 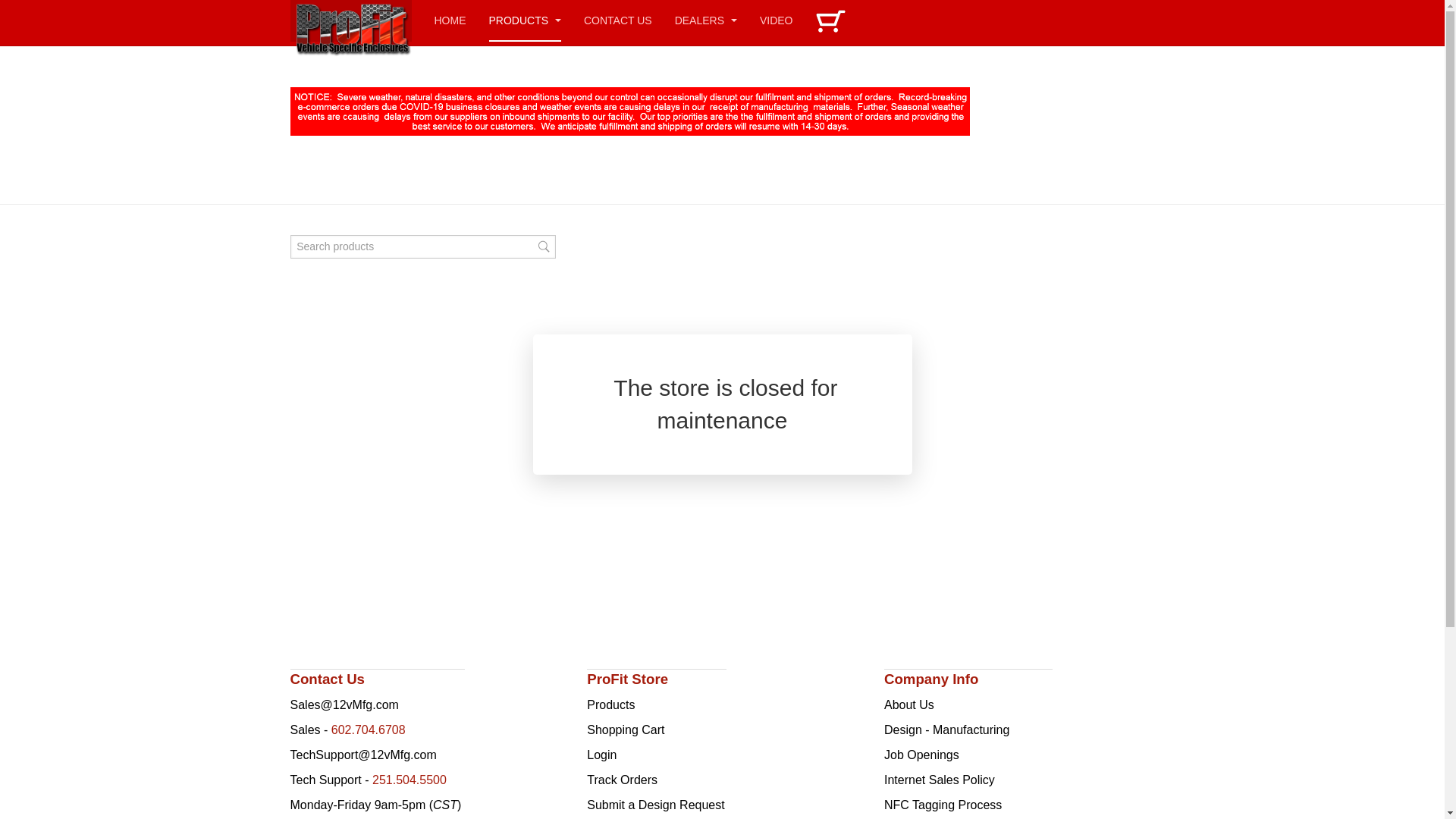 I want to click on 'CONTACT US', so click(x=618, y=20).